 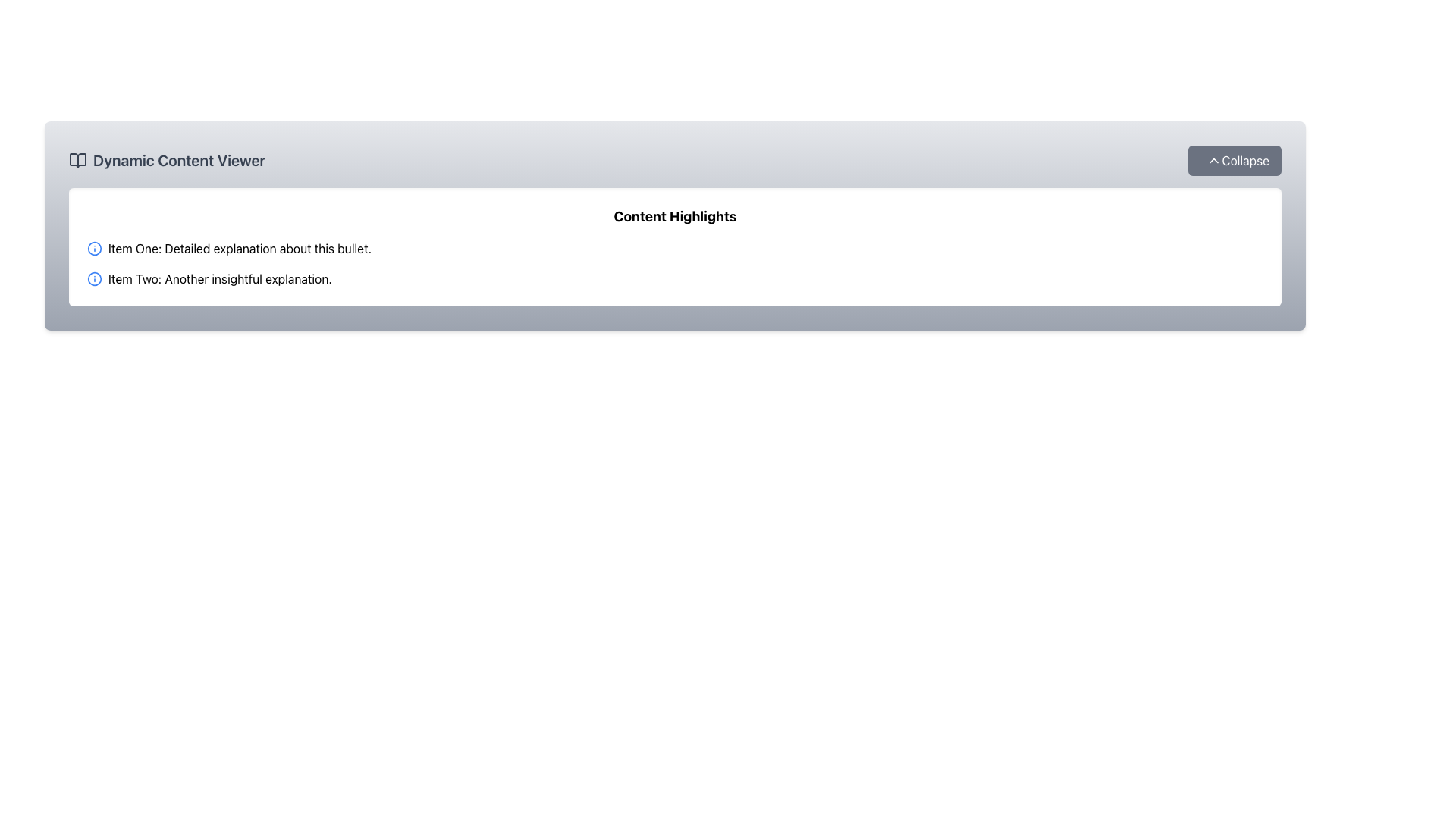 I want to click on the open book icon located in the upper left corner of the 'Dynamic Content Viewer' panel for content representation, so click(x=77, y=161).